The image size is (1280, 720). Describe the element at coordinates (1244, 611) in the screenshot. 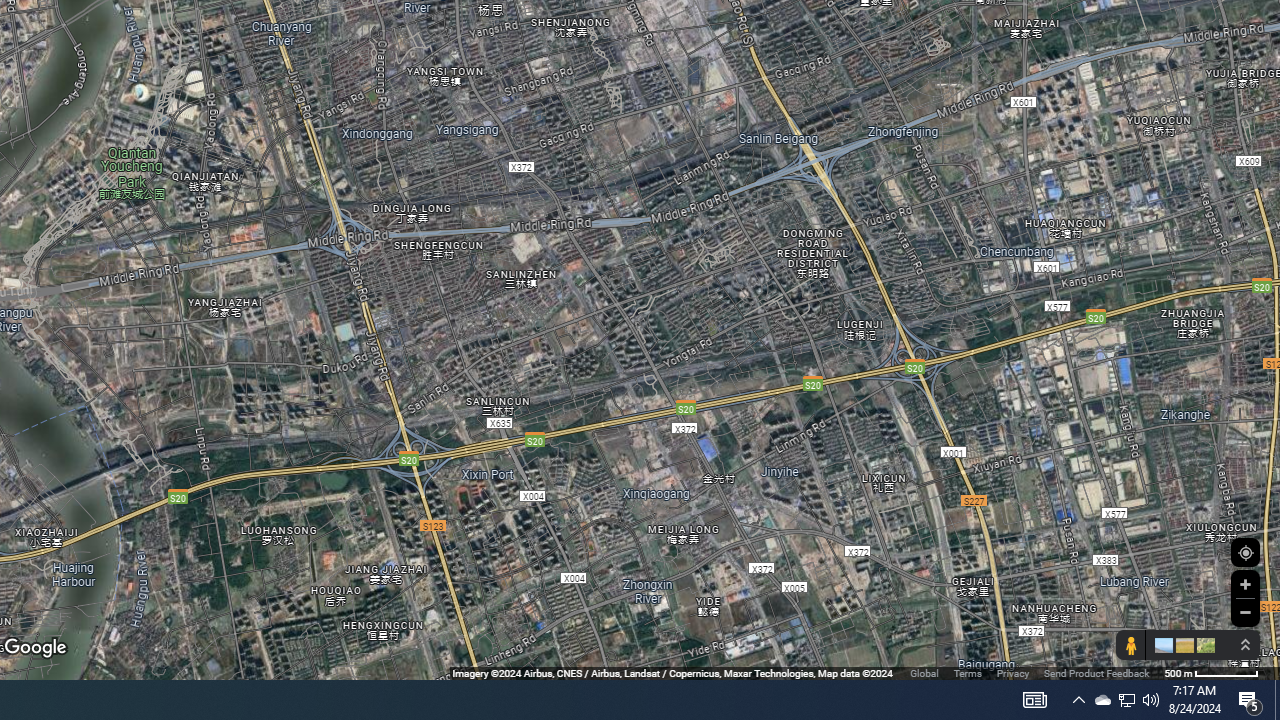

I see `'Zoom out'` at that location.